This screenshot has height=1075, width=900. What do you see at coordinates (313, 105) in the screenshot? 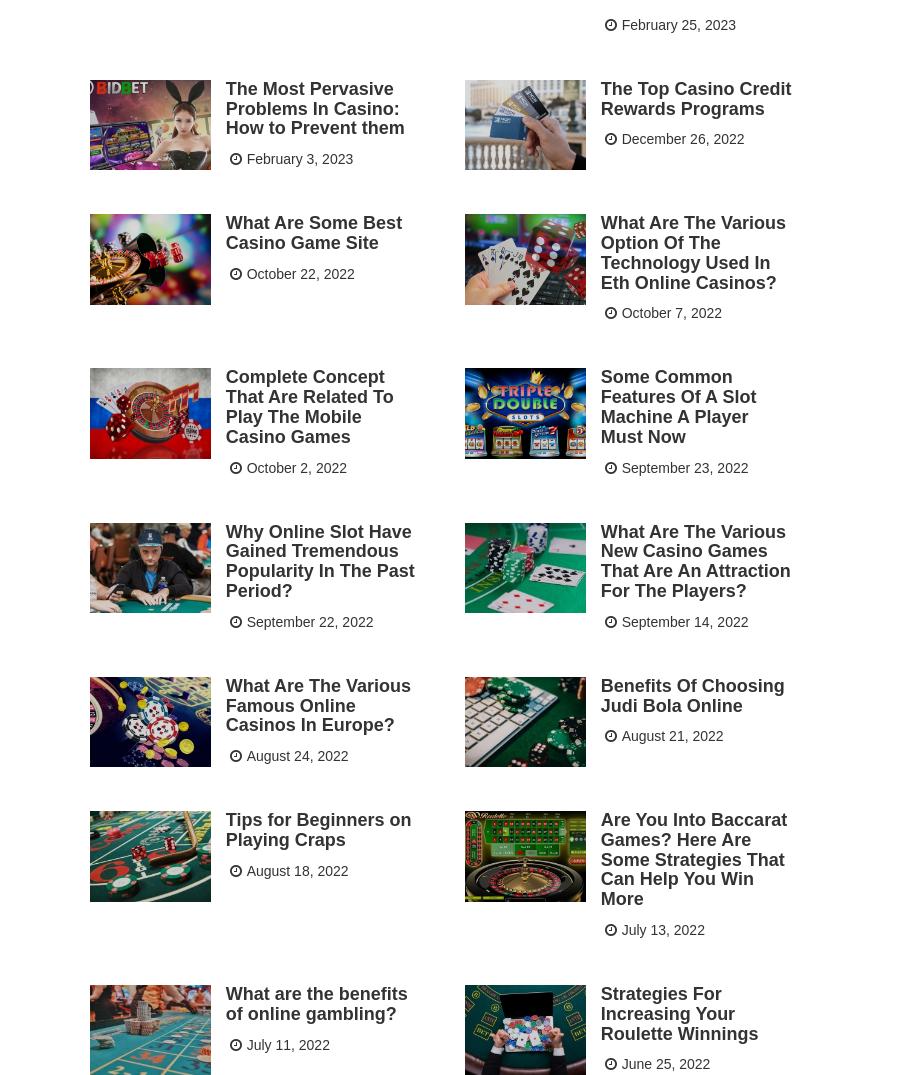
I see `'The Most Pervasive Problems In Casino: How to Prevent them'` at bounding box center [313, 105].